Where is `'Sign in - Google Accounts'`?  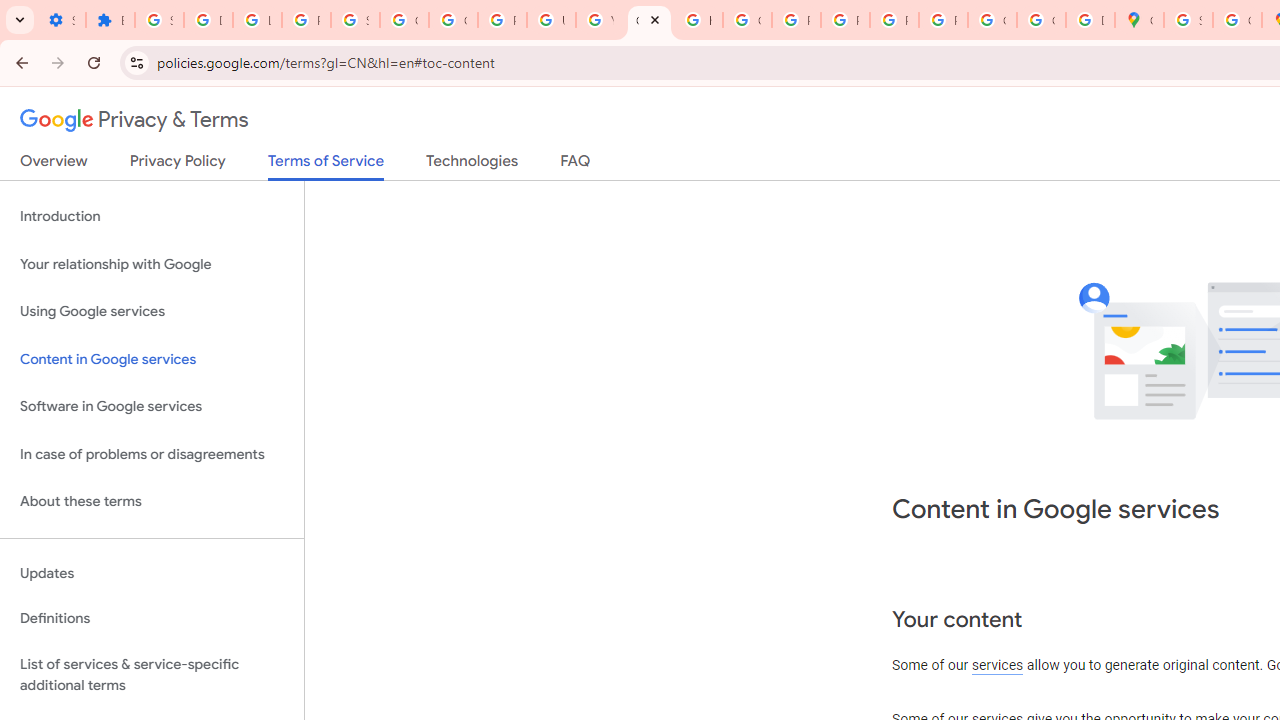
'Sign in - Google Accounts' is located at coordinates (158, 20).